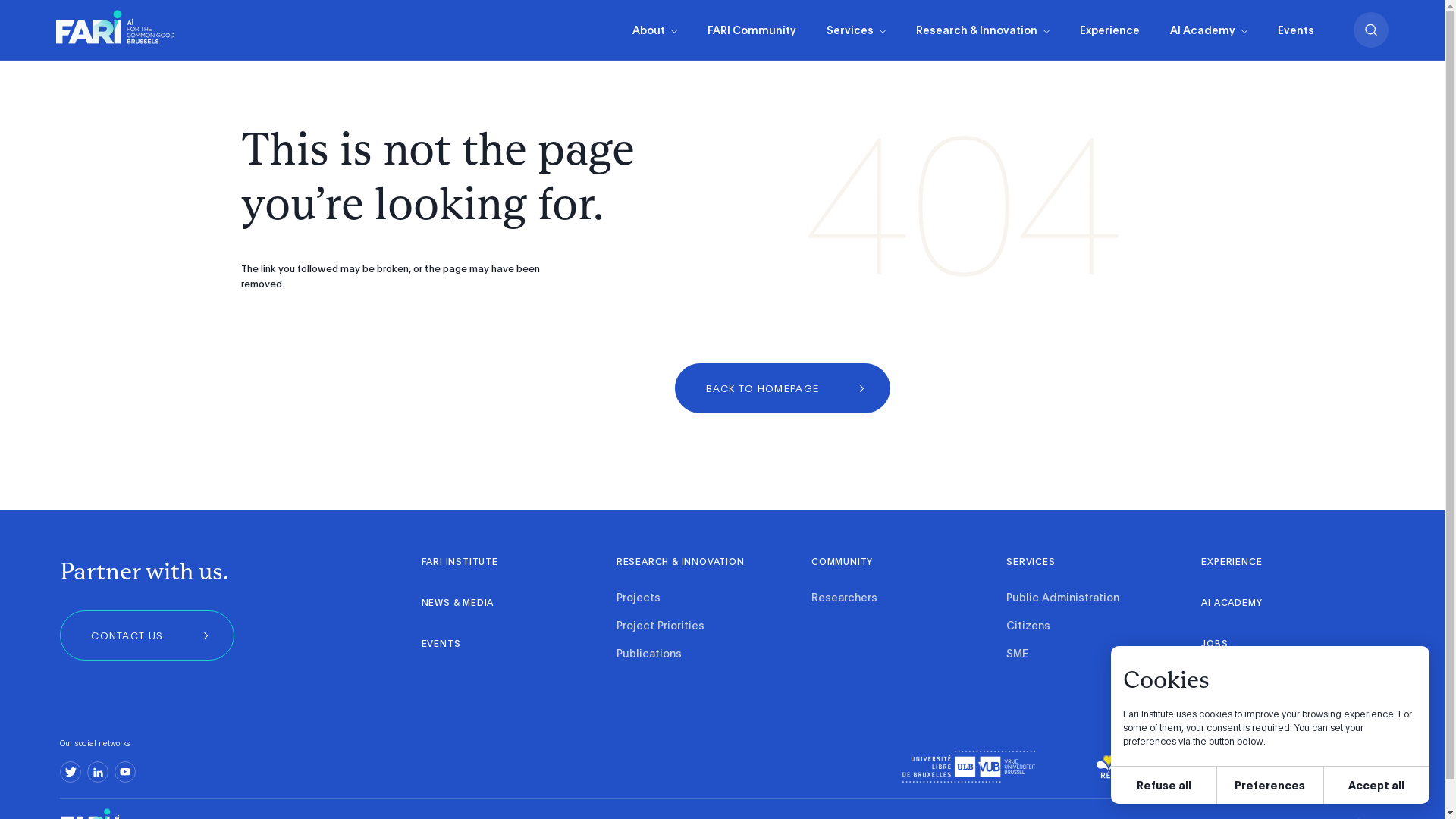 Image resolution: width=1456 pixels, height=819 pixels. What do you see at coordinates (751, 30) in the screenshot?
I see `'FARI Community'` at bounding box center [751, 30].